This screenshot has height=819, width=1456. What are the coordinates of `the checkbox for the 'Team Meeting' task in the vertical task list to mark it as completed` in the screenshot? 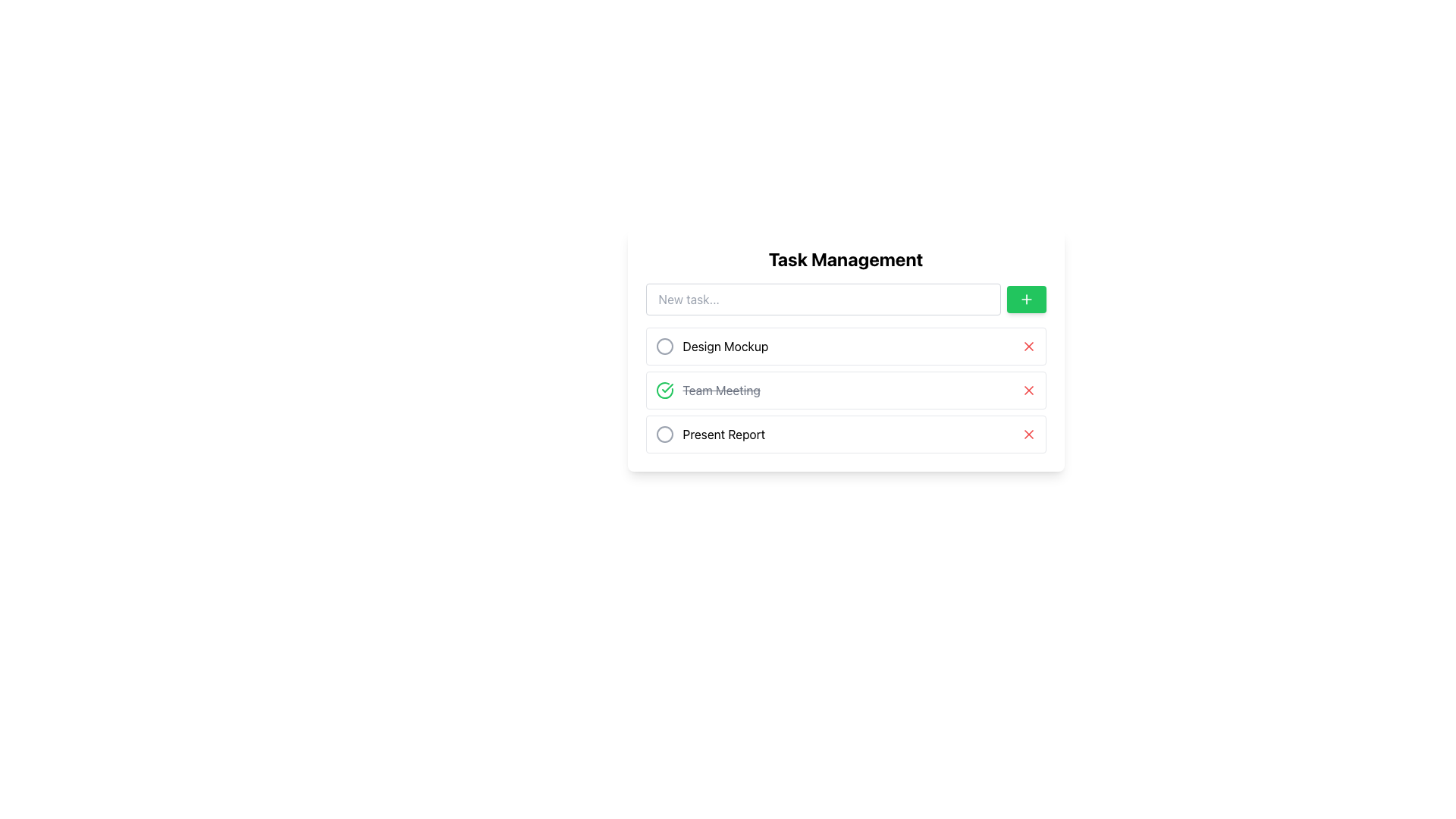 It's located at (845, 390).